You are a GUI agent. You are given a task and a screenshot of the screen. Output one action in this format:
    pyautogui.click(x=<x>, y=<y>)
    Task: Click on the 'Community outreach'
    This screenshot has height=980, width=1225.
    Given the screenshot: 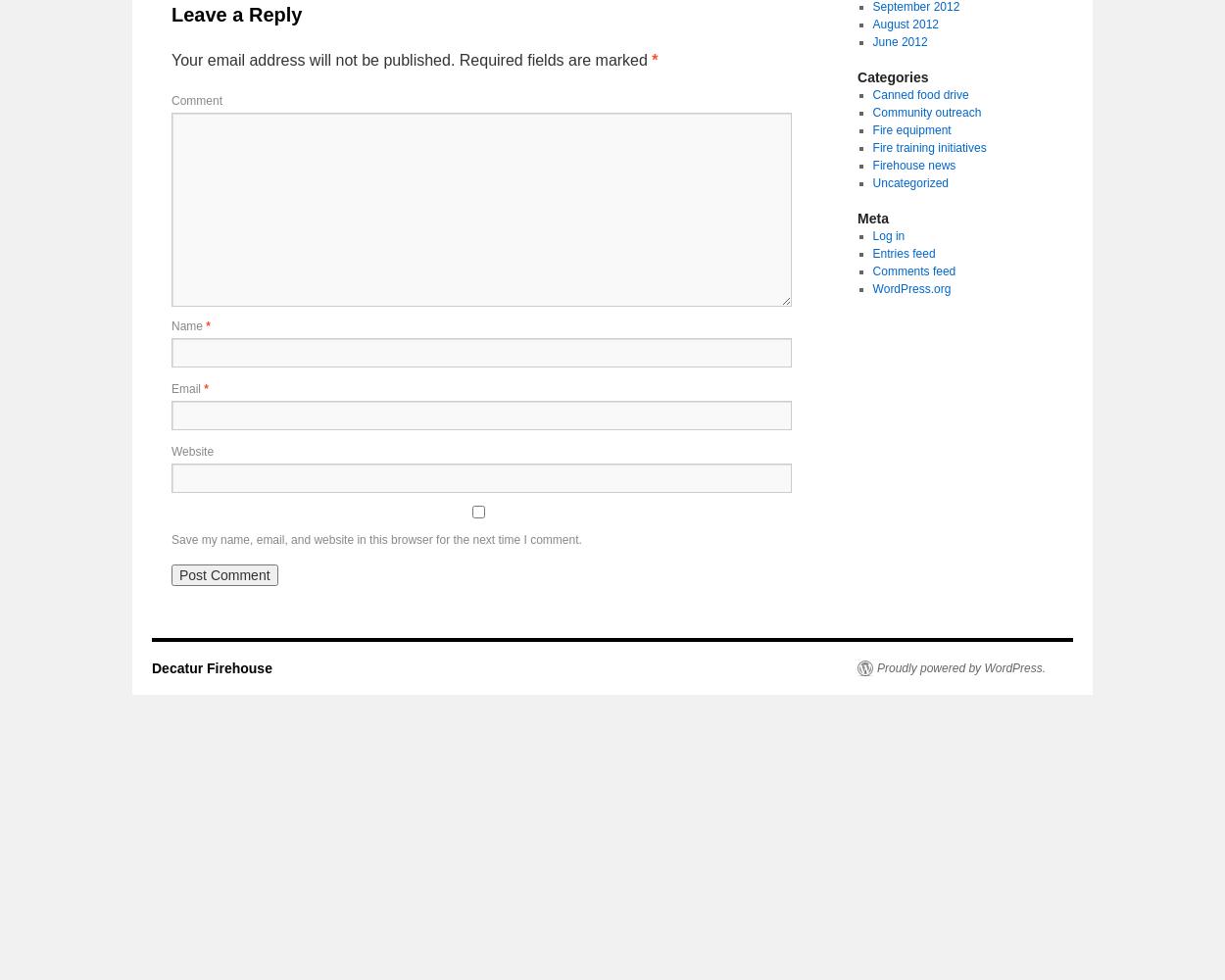 What is the action you would take?
    pyautogui.click(x=872, y=112)
    